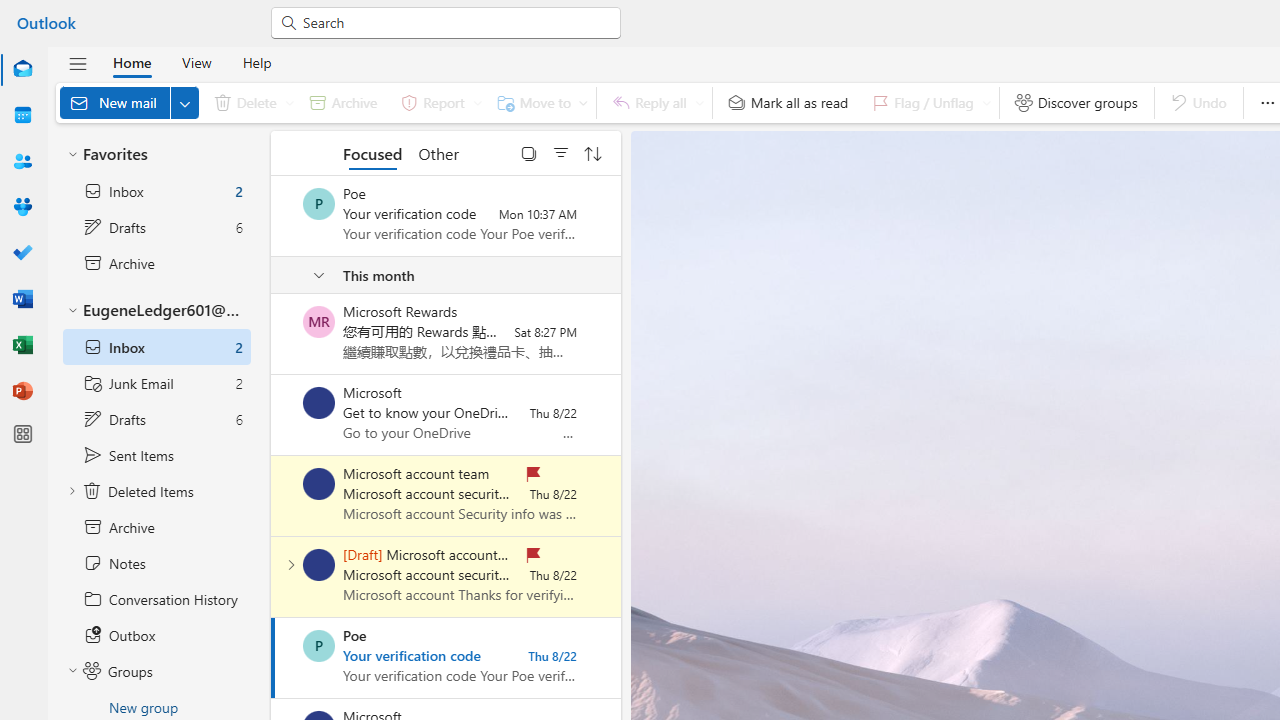  I want to click on 'Word', so click(23, 298).